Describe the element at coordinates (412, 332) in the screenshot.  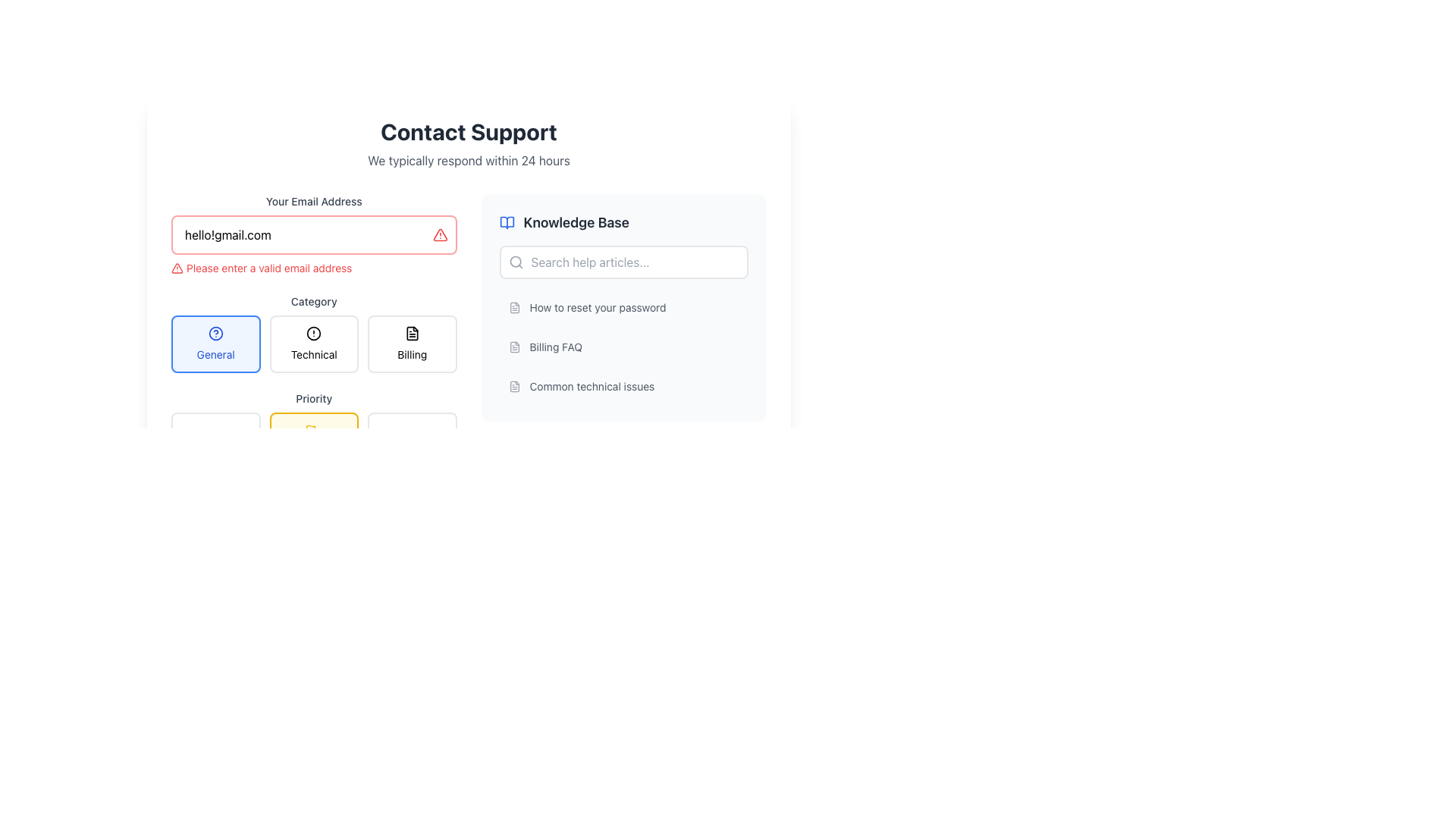
I see `the document file icon with a folded corner located in the top portion of the 'Category' section, slightly to the right of the 'Technical' option` at that location.